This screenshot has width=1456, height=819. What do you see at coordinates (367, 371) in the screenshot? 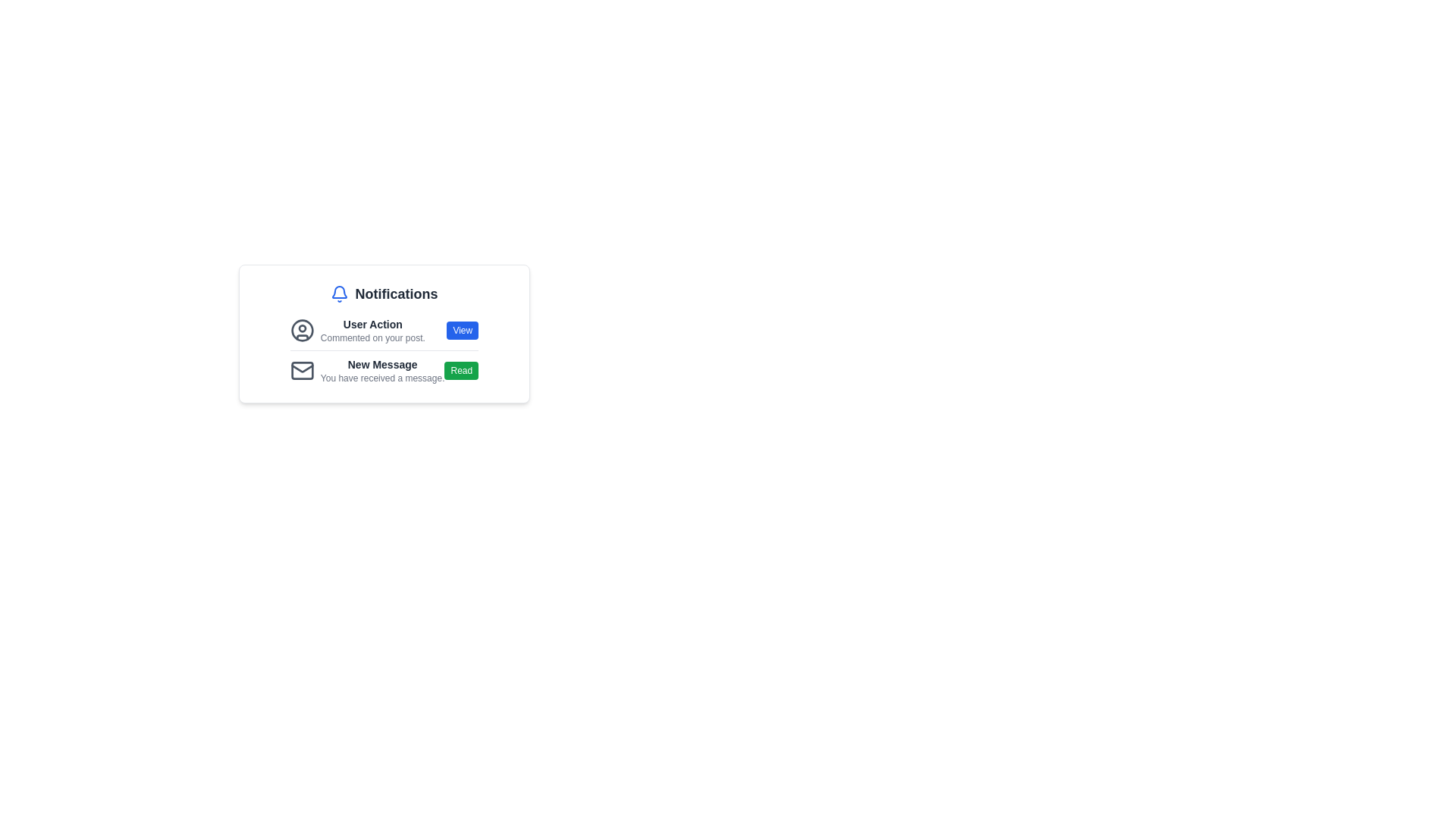
I see `the notification item titled 'New Message' which includes a subtitle stating 'You have received a message.' This notification is the second item in the notification panel, located below 'User Action.'` at bounding box center [367, 371].